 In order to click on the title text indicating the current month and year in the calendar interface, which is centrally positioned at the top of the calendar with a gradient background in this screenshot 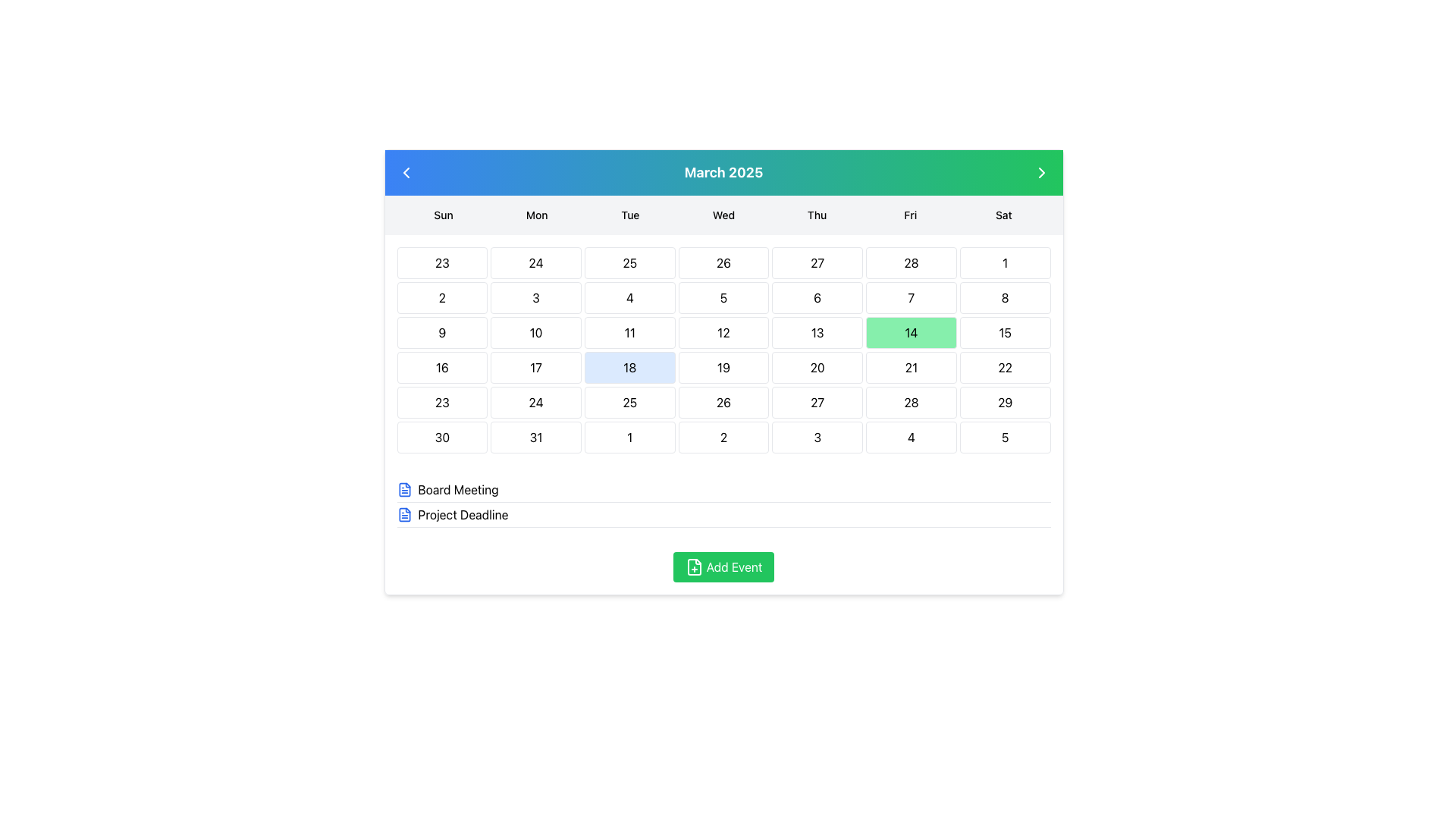, I will do `click(723, 171)`.